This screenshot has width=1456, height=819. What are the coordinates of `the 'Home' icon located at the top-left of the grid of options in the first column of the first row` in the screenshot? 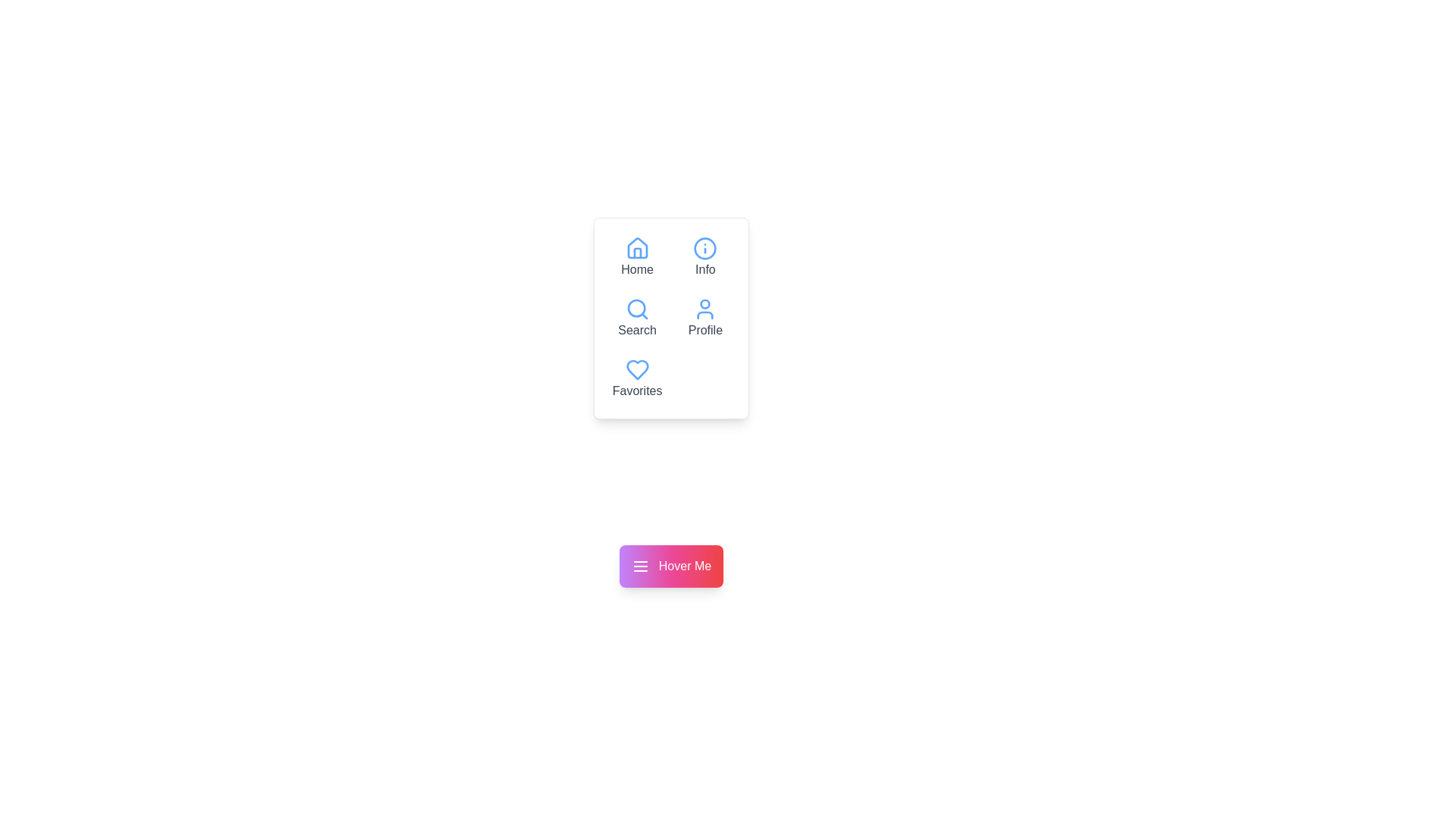 It's located at (637, 256).